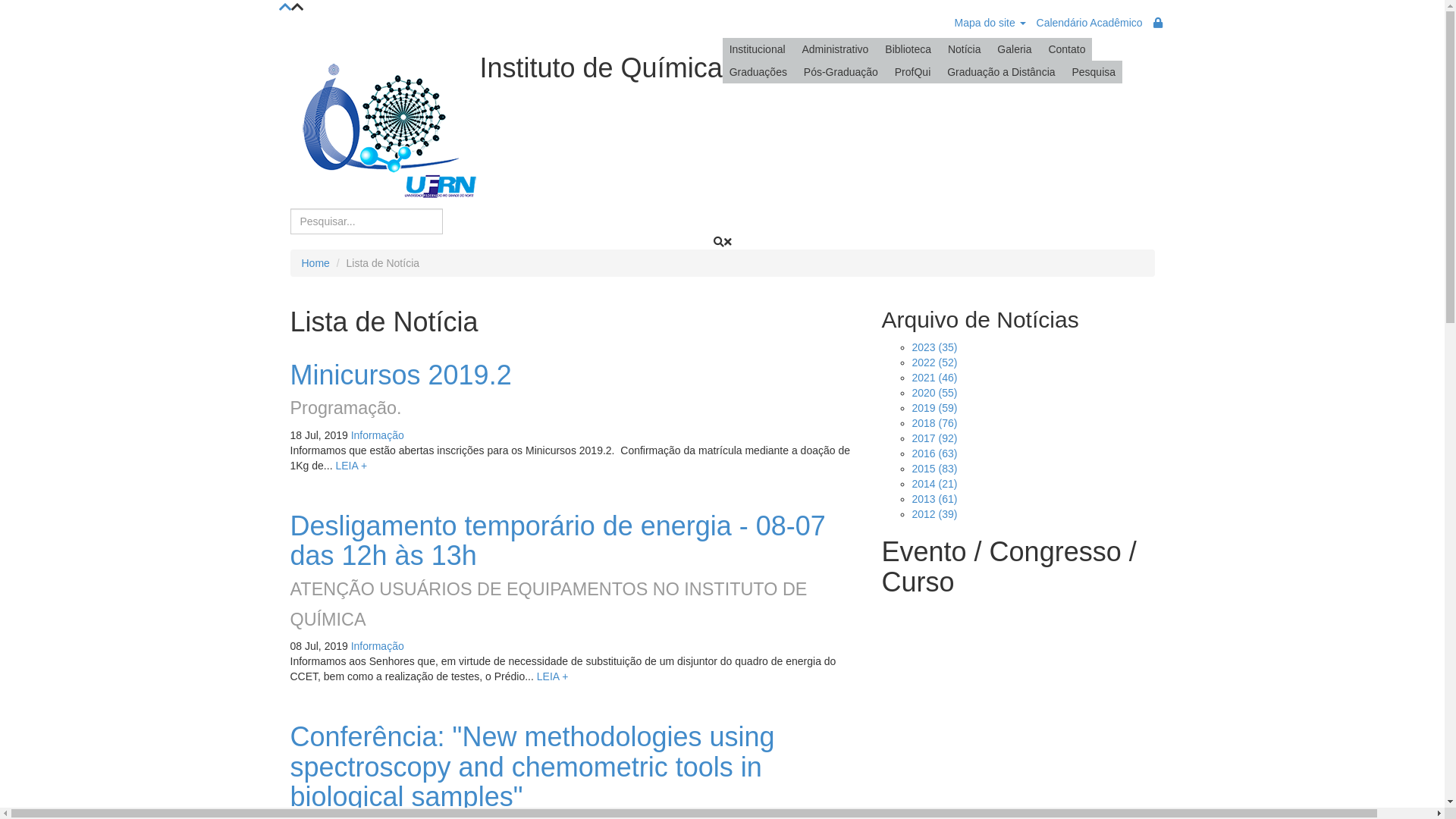  Describe the element at coordinates (400, 375) in the screenshot. I see `'Minicursos 2019.2'` at that location.